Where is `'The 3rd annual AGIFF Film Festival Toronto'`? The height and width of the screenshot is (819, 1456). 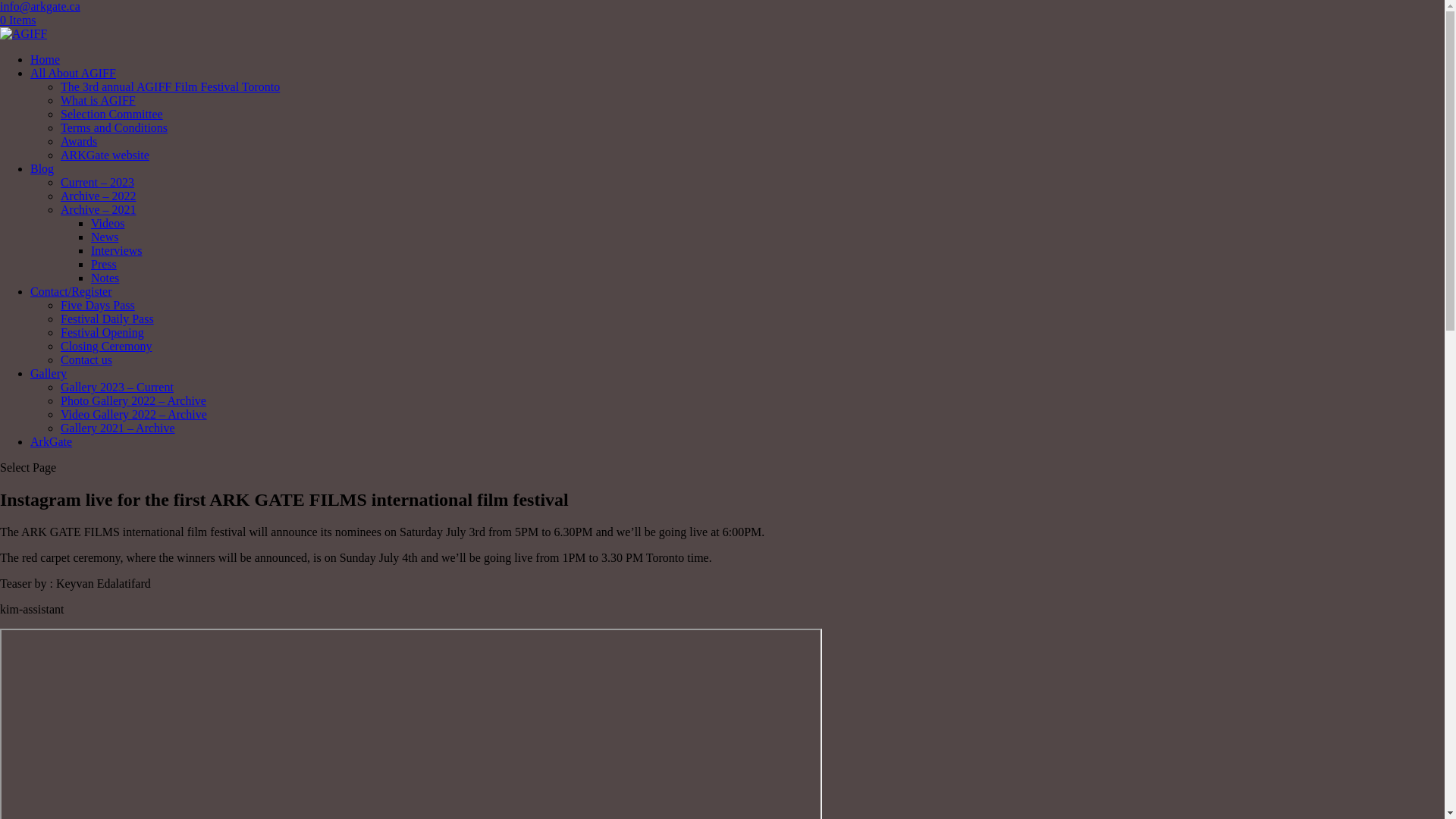 'The 3rd annual AGIFF Film Festival Toronto' is located at coordinates (170, 86).